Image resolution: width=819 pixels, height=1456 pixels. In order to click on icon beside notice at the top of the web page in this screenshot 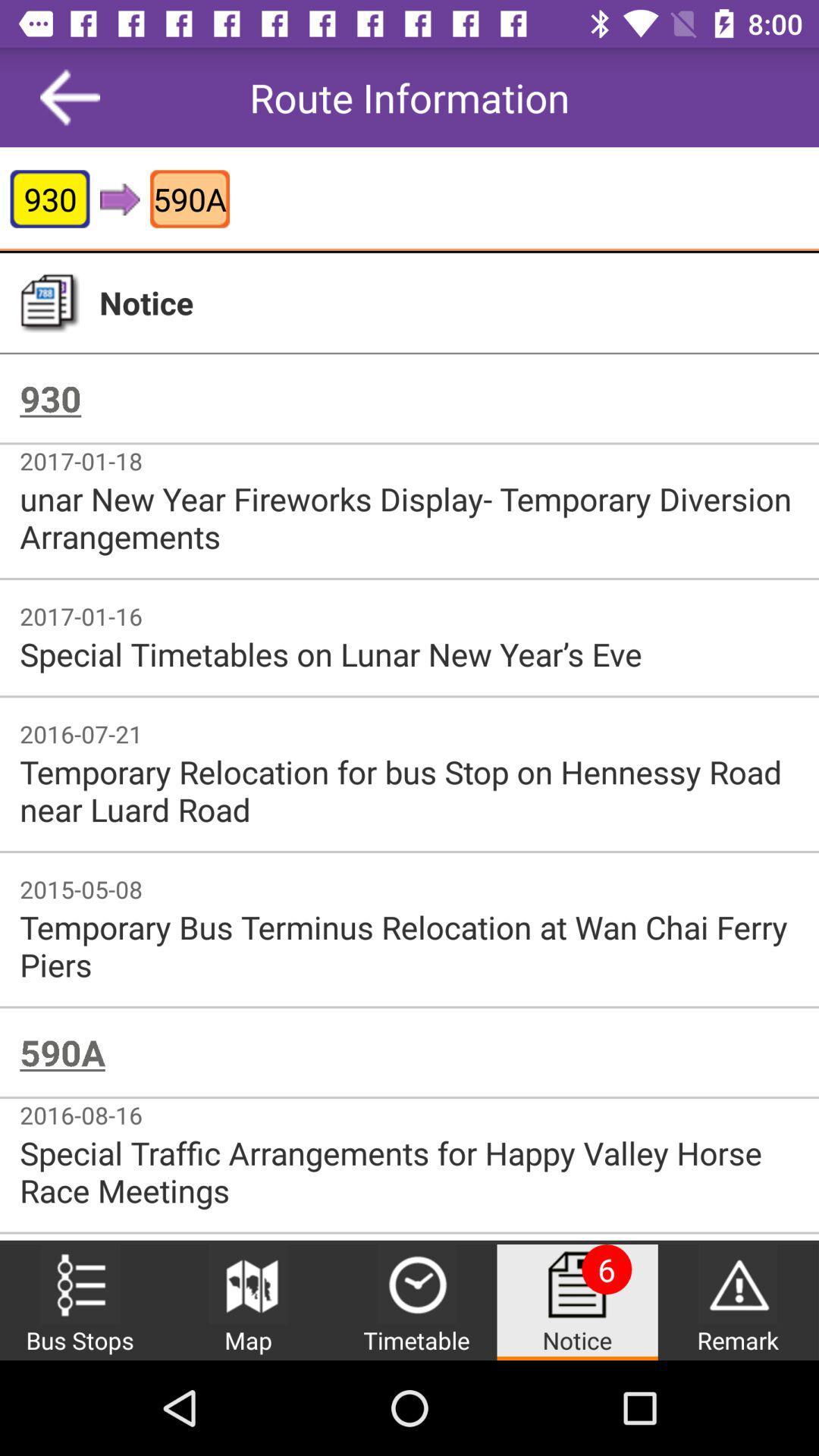, I will do `click(49, 303)`.